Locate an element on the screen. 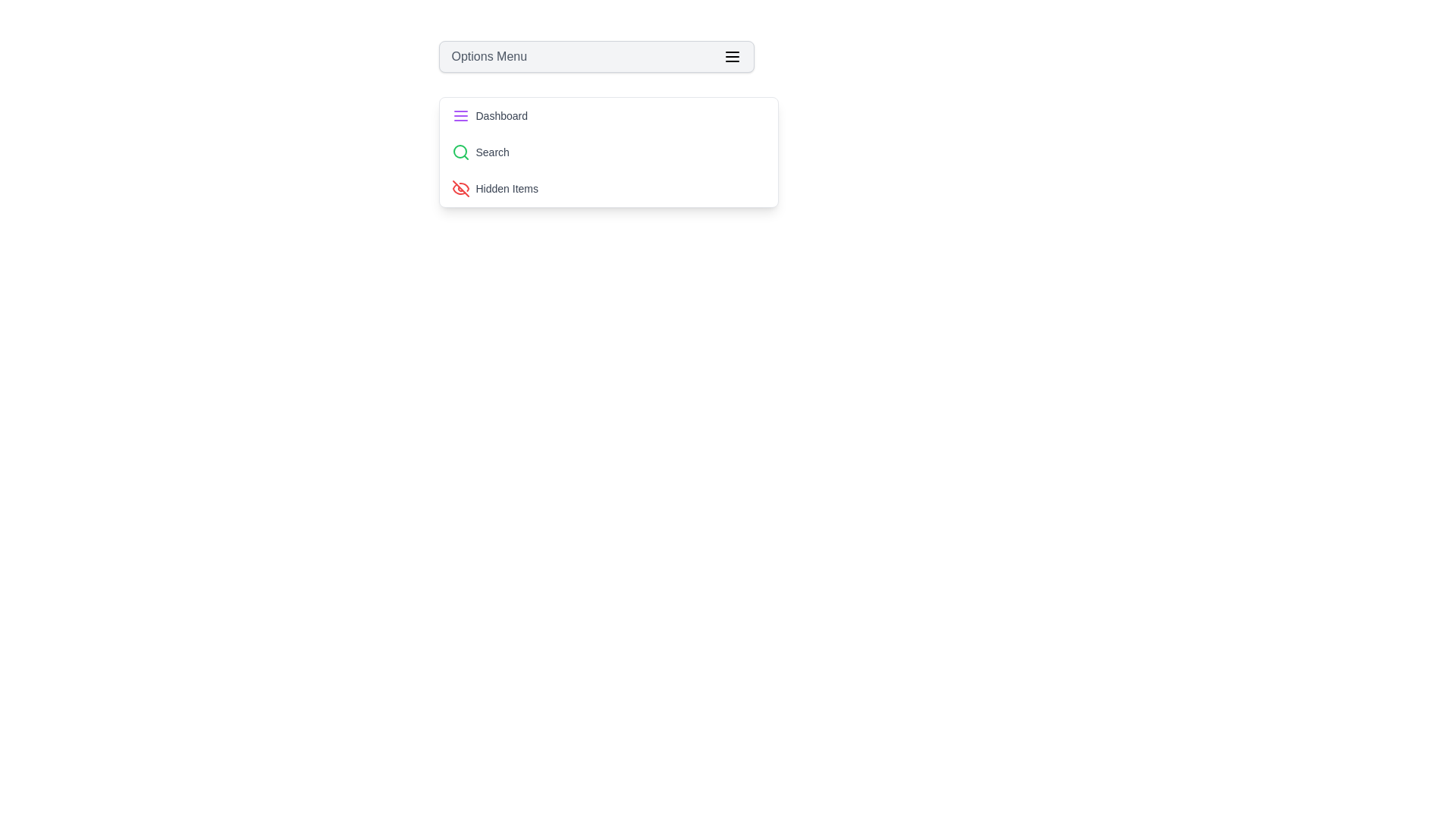 This screenshot has width=1456, height=819. the 'Dashboard' text label in the options menu, which is the first item in a vertical list and appears alongside an icon is located at coordinates (501, 115).